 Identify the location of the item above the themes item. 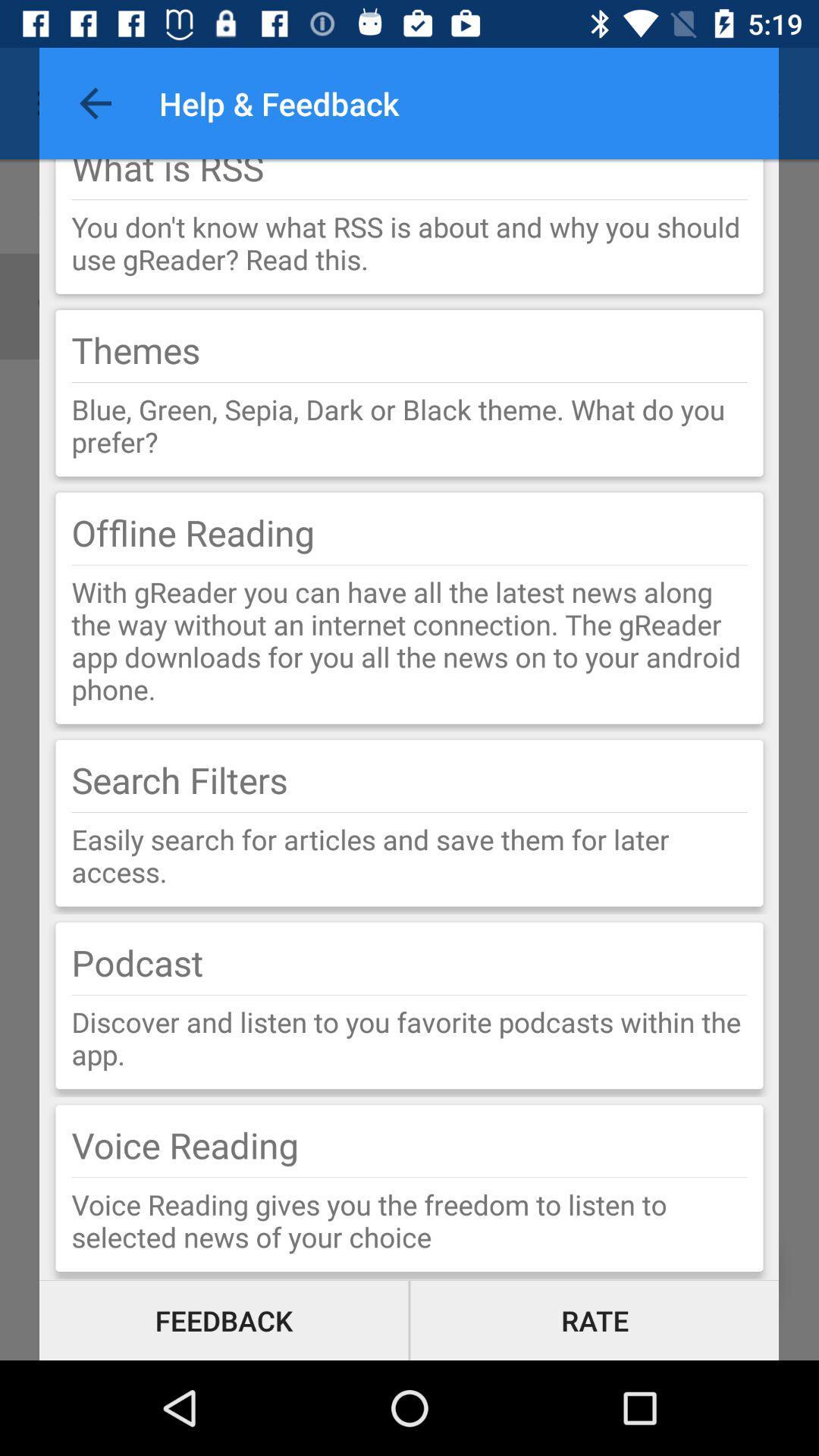
(409, 243).